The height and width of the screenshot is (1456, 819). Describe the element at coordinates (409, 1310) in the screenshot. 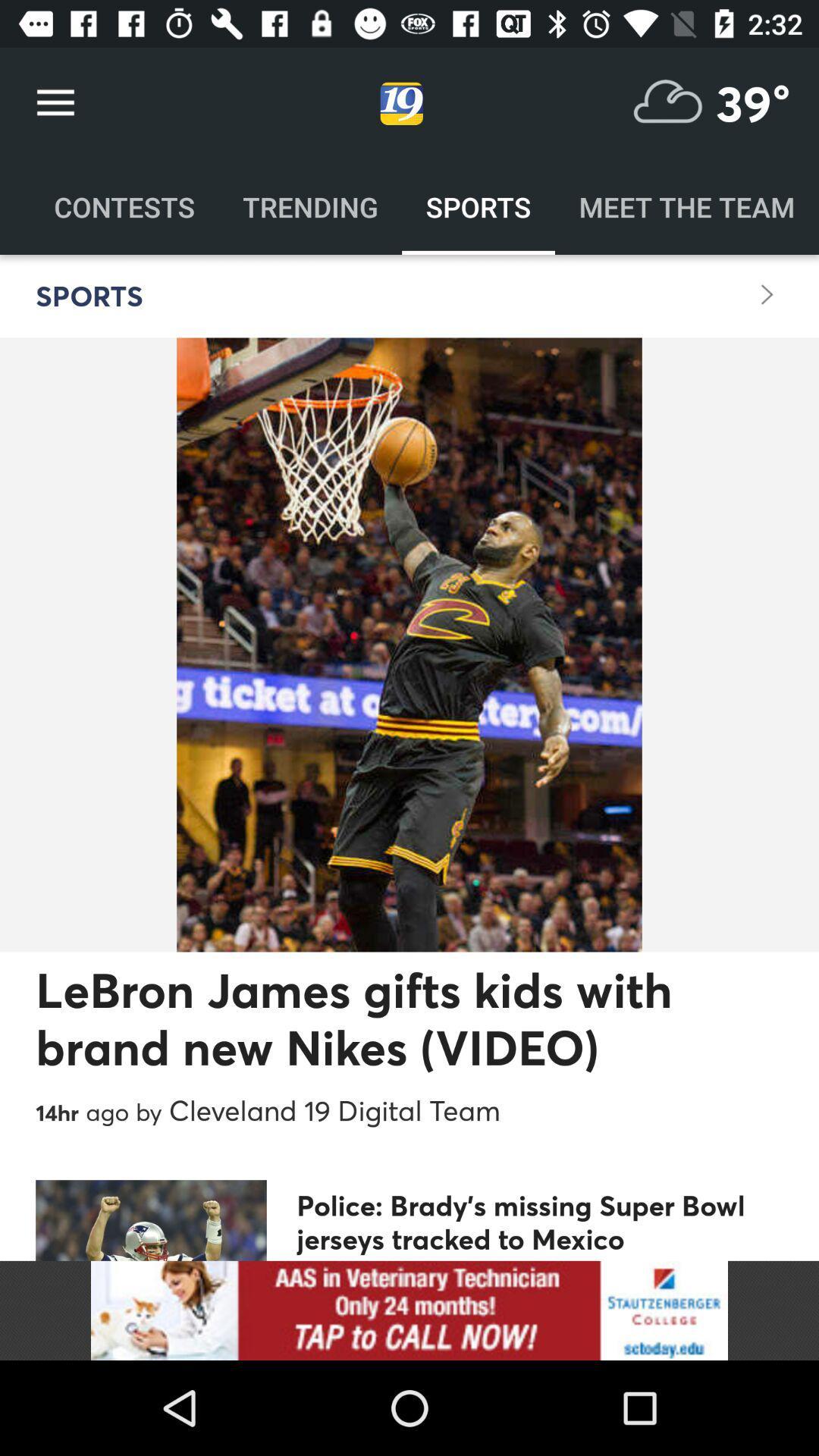

I see `open advertisement` at that location.